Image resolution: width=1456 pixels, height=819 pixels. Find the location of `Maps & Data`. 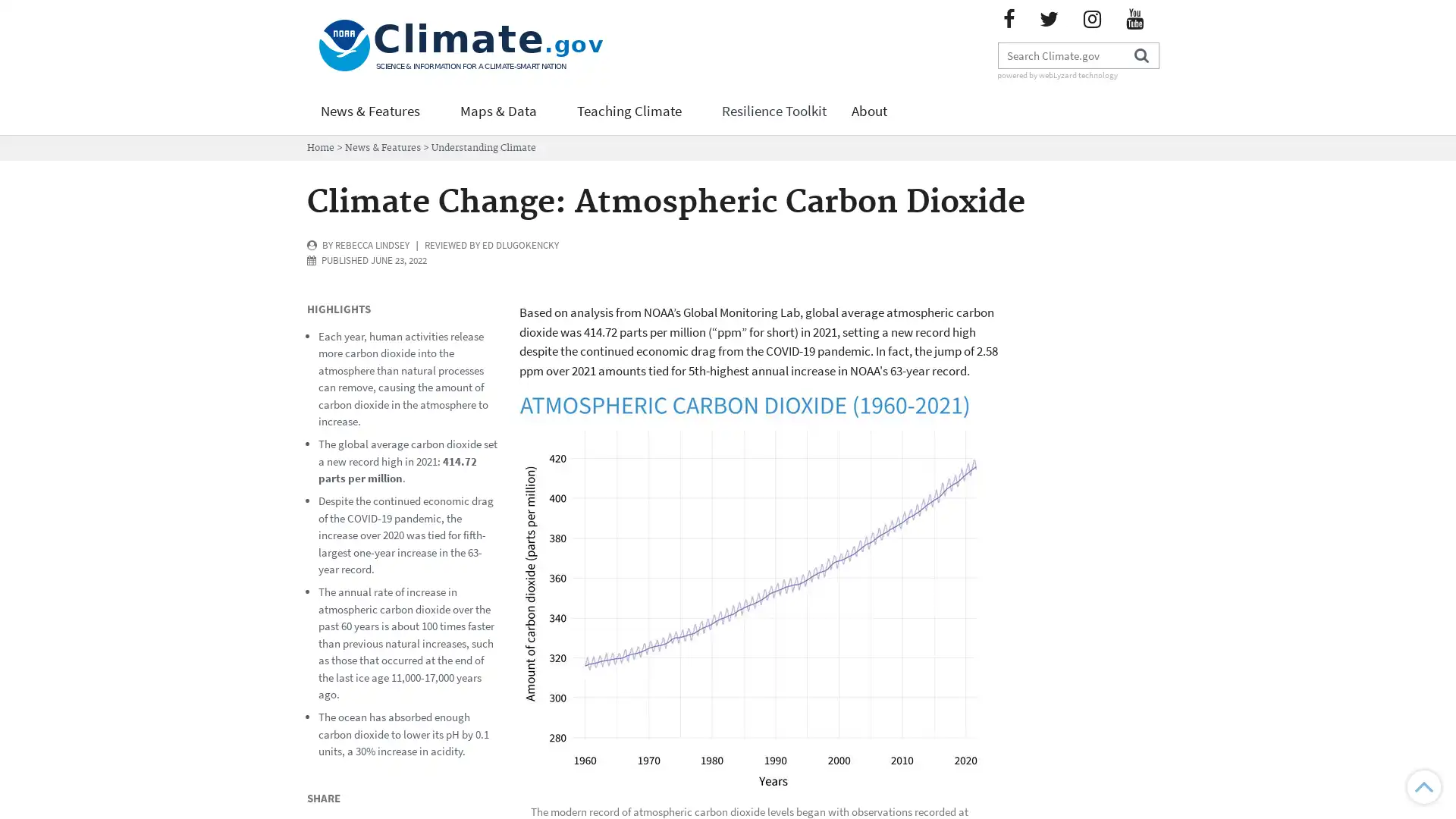

Maps & Data is located at coordinates (506, 111).